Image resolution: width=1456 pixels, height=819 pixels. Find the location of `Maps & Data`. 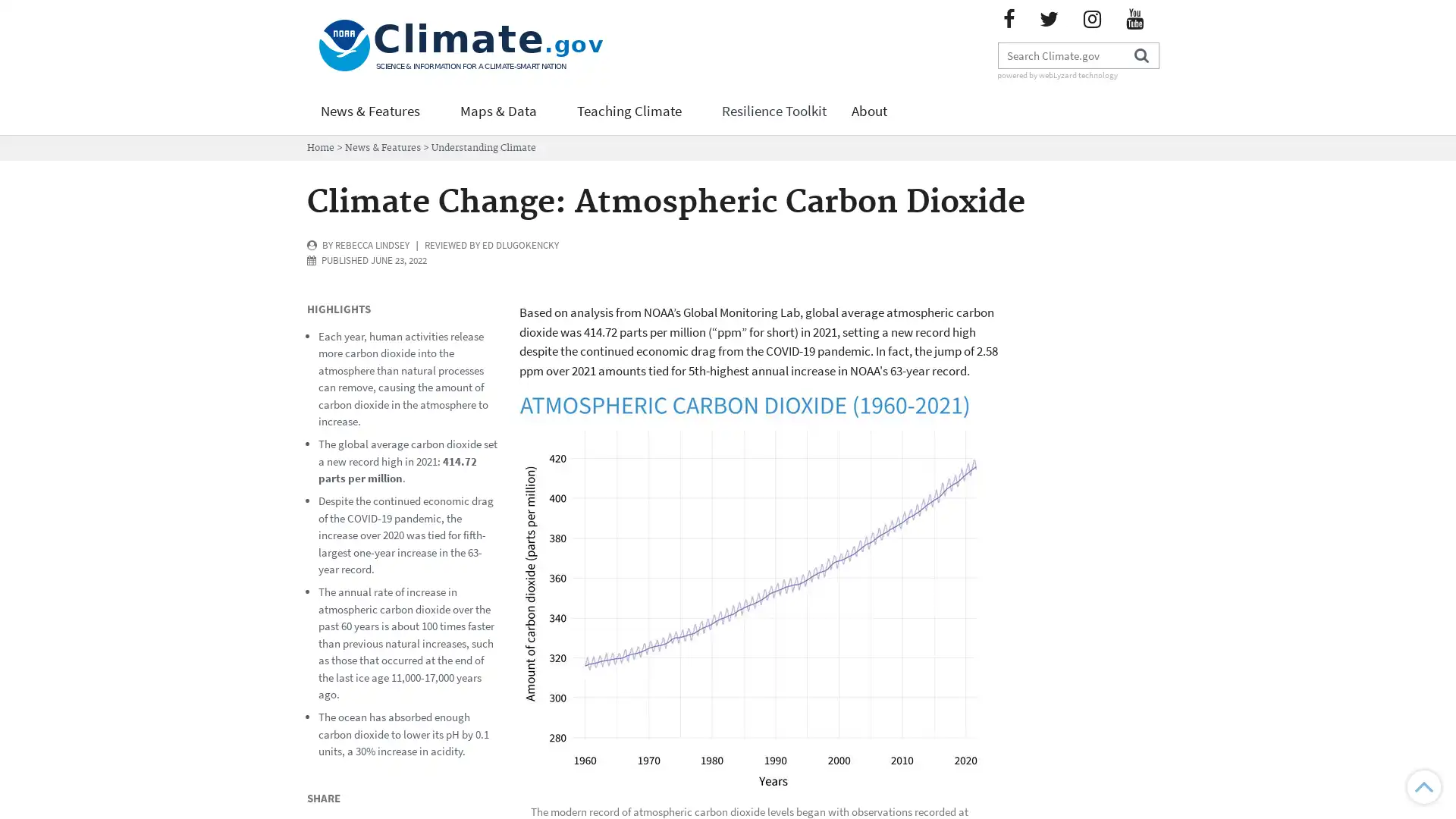

Maps & Data is located at coordinates (506, 111).